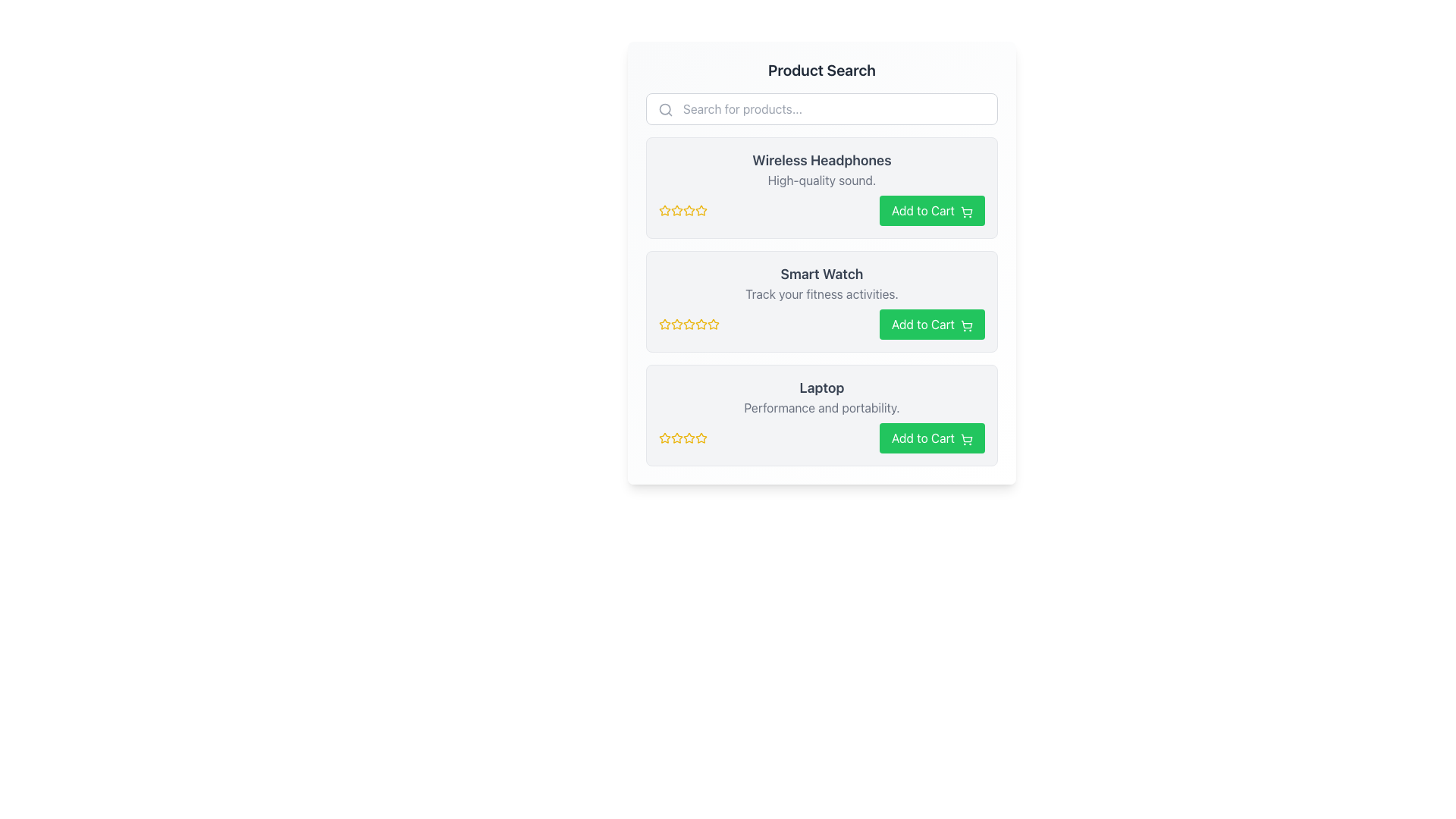 The width and height of the screenshot is (1456, 819). Describe the element at coordinates (688, 438) in the screenshot. I see `the second star icon in the rating section of the 'Laptop' product card, which is the third card in a vertically stacked list` at that location.